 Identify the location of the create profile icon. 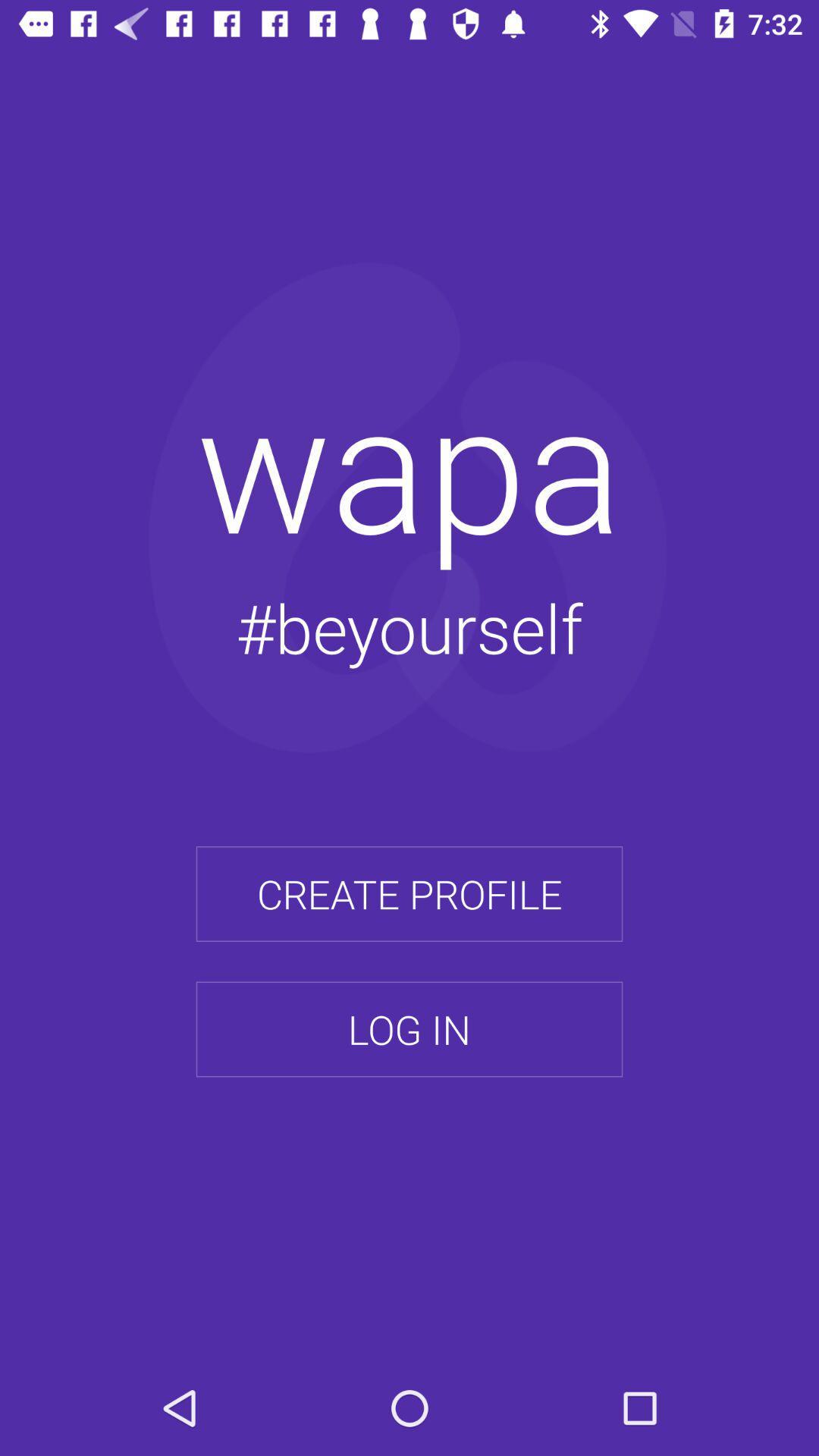
(409, 894).